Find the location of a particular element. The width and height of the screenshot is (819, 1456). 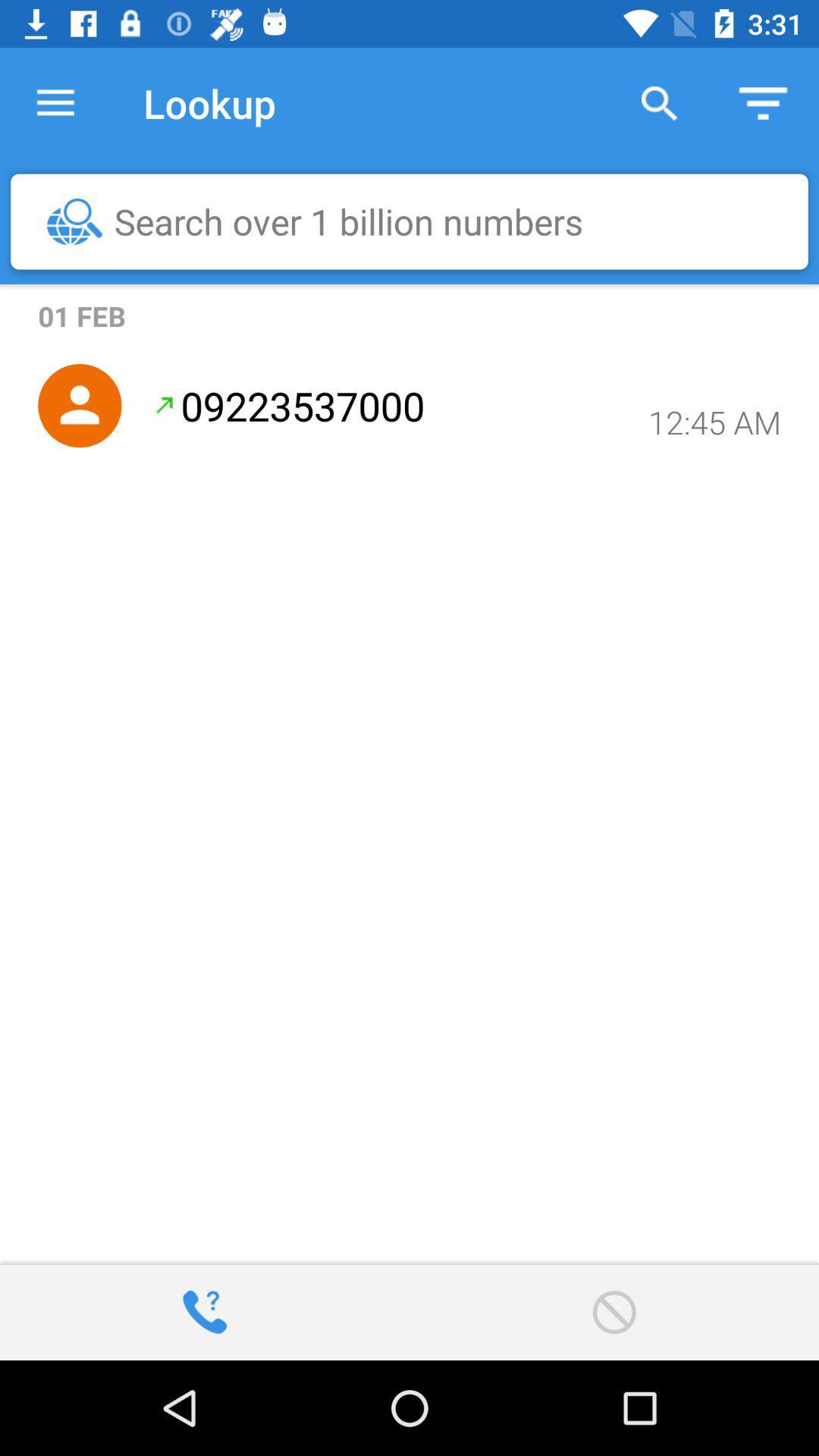

the icon next to the search over 1 is located at coordinates (74, 221).